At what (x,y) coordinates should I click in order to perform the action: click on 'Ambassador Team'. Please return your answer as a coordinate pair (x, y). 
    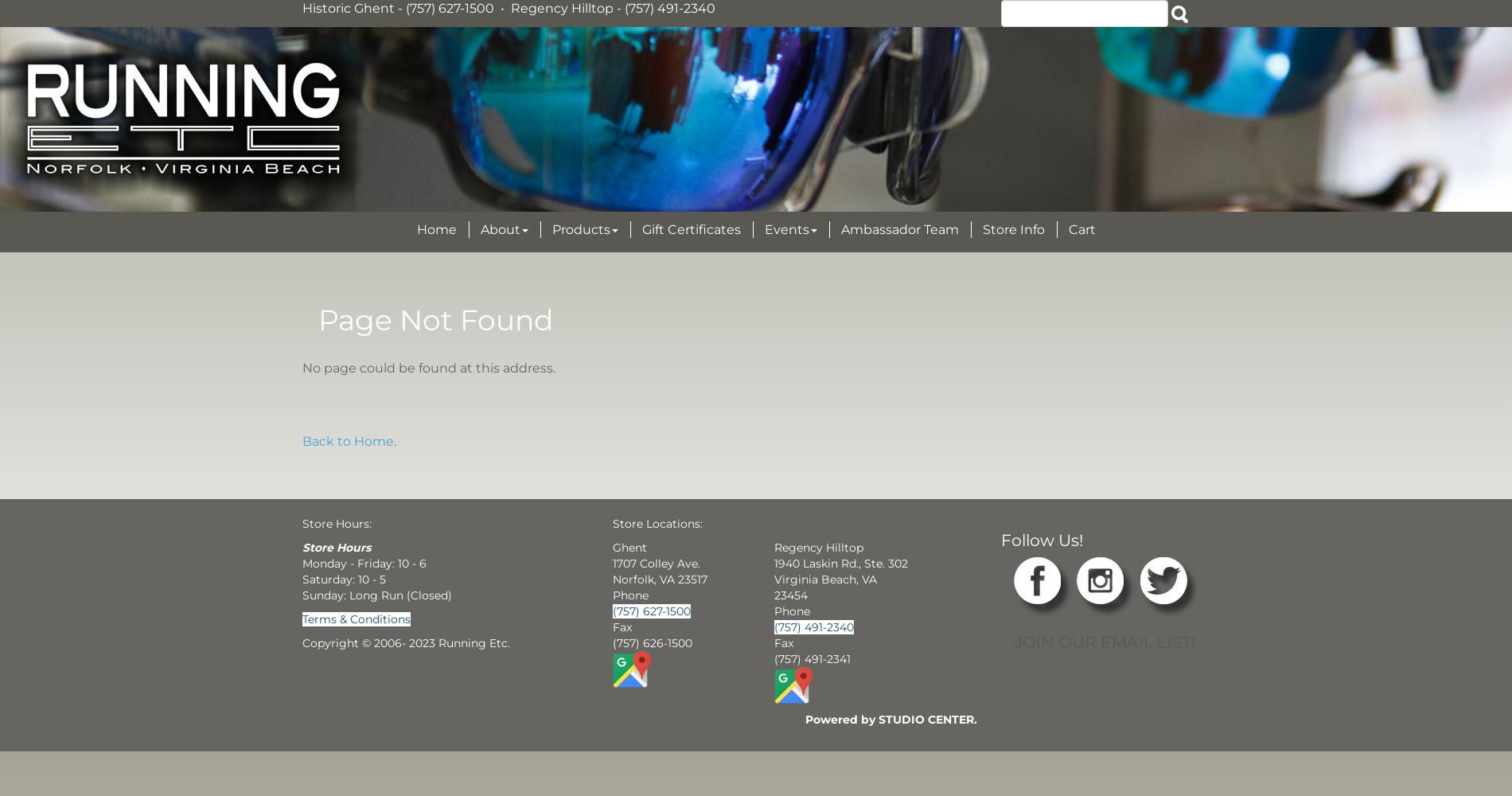
    Looking at the image, I should click on (898, 229).